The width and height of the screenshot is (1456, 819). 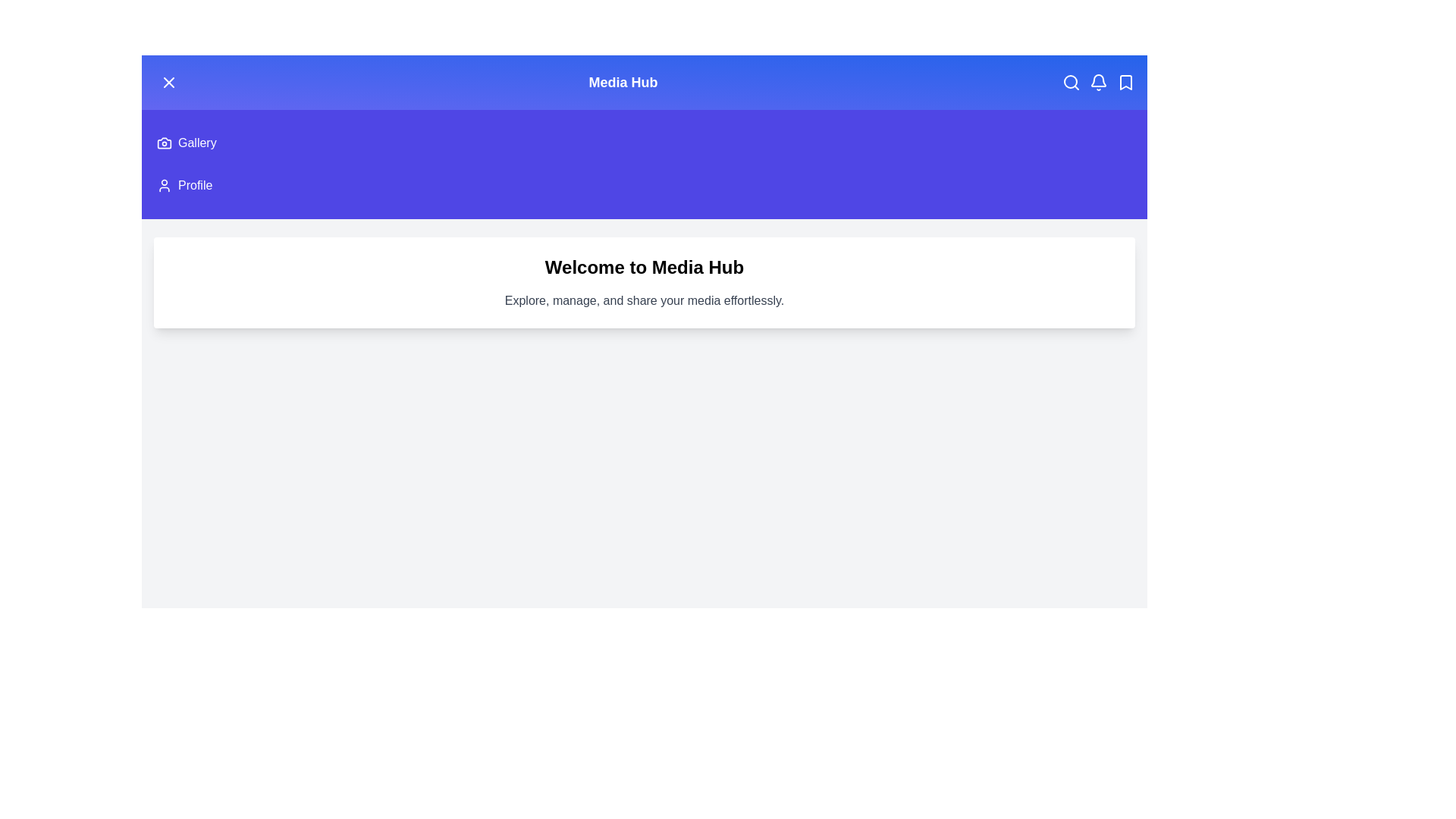 I want to click on the notification bell icon in the top right corner, so click(x=1098, y=82).